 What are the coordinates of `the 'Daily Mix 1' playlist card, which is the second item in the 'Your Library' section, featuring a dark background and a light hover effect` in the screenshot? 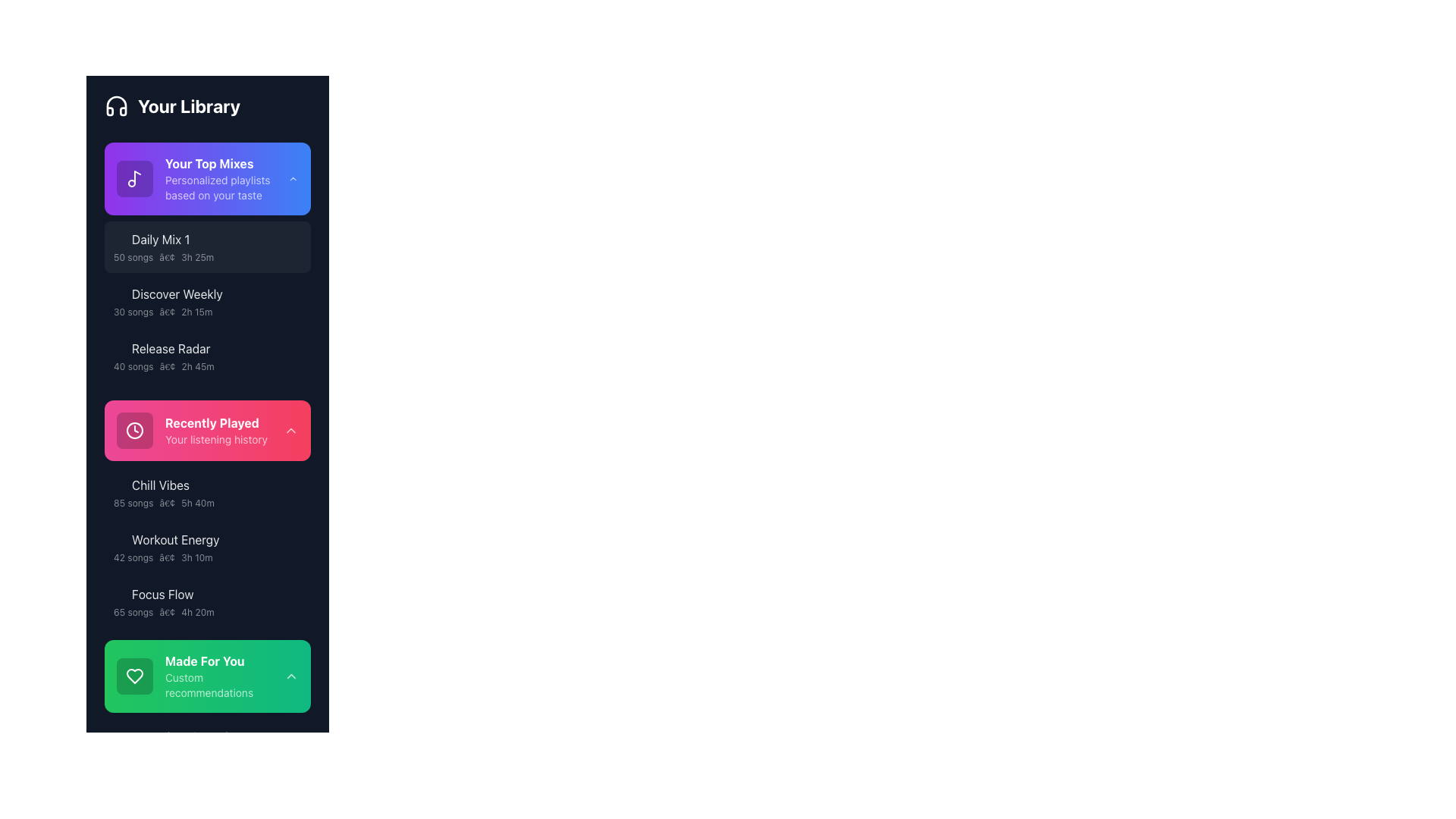 It's located at (206, 246).